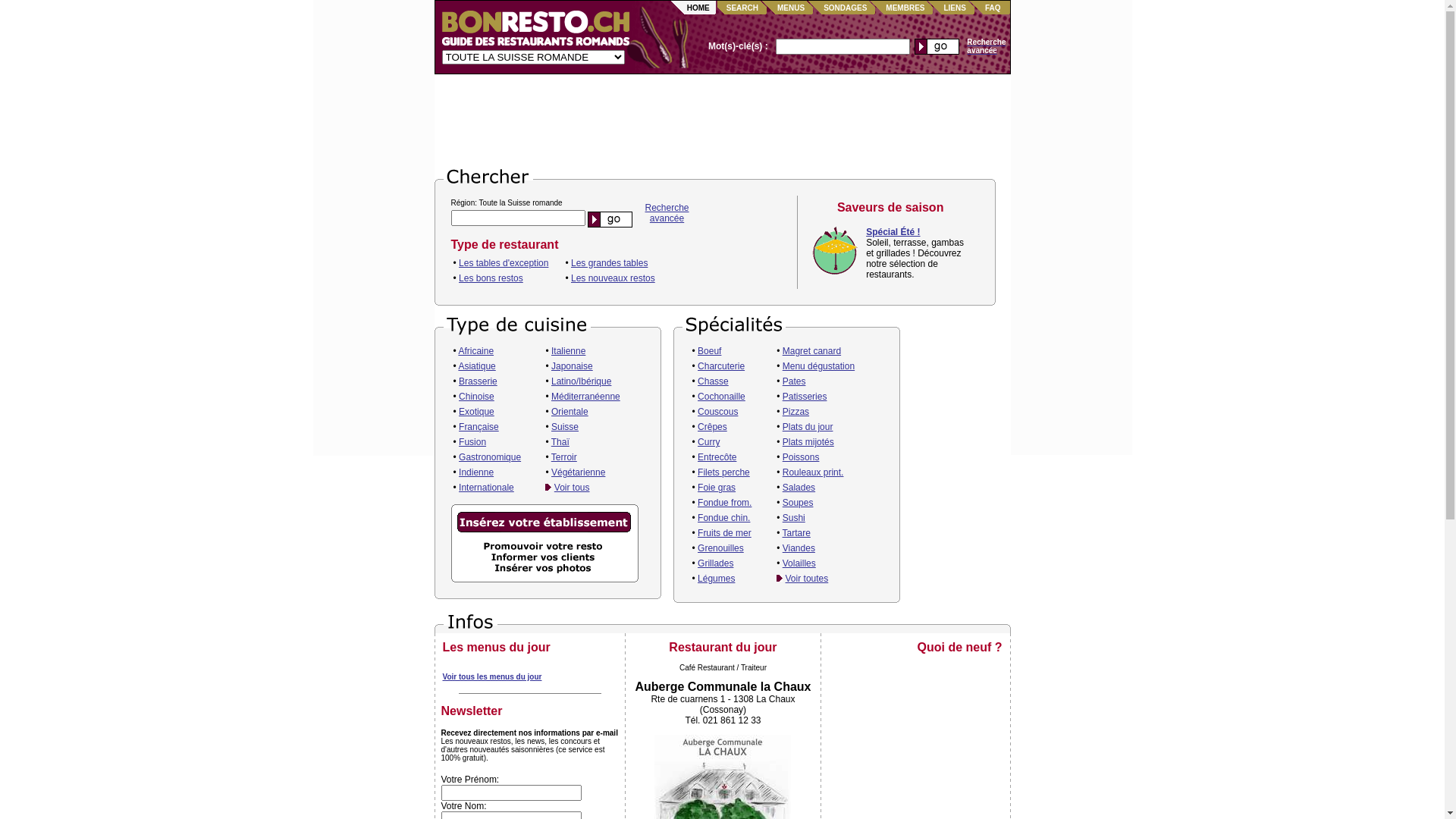 This screenshot has width=1456, height=819. What do you see at coordinates (609, 262) in the screenshot?
I see `'Les grandes tables'` at bounding box center [609, 262].